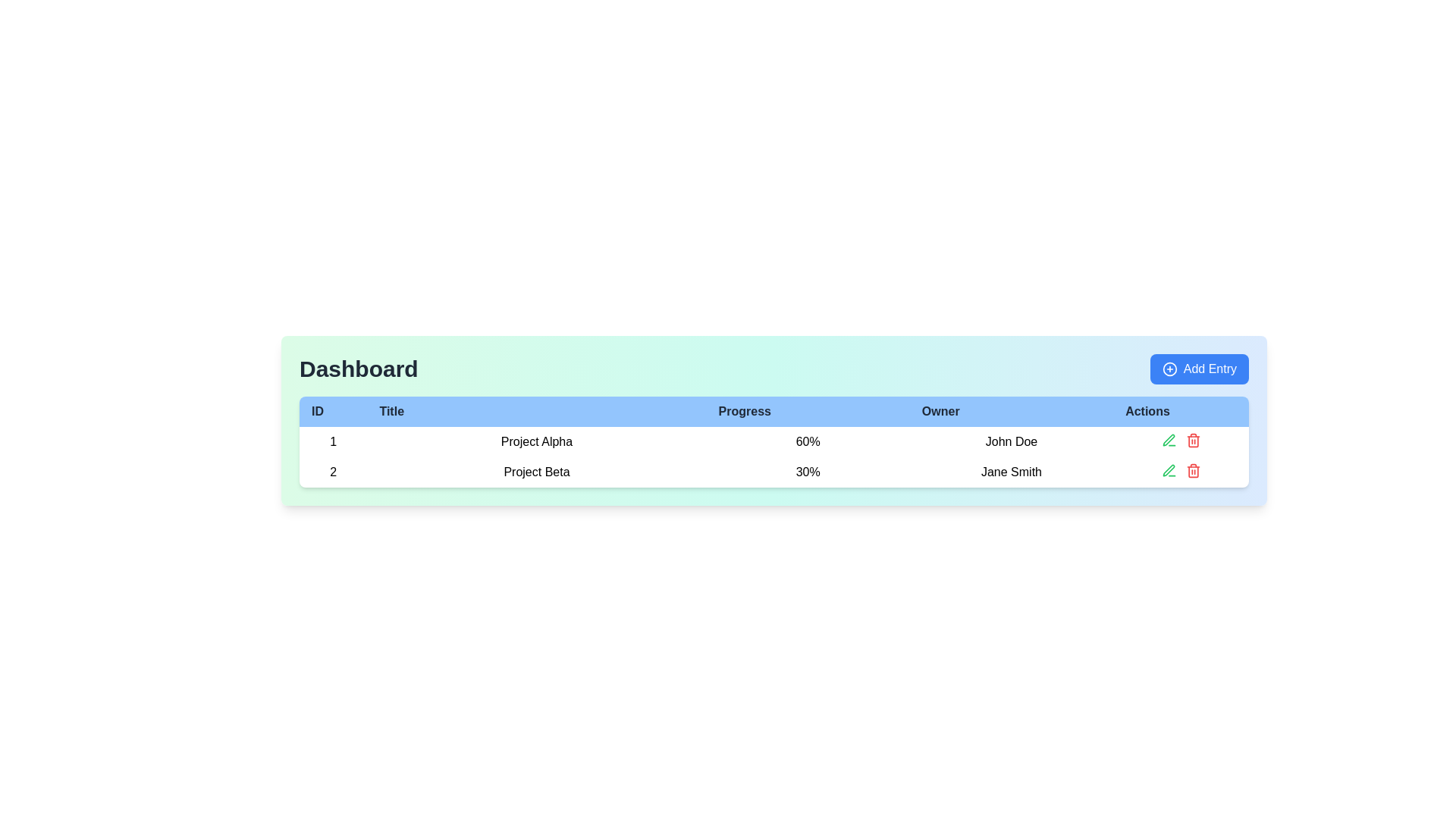  What do you see at coordinates (807, 441) in the screenshot?
I see `the progress percentage display for 'Project Alpha' in the 'Progress' column of the first data row` at bounding box center [807, 441].